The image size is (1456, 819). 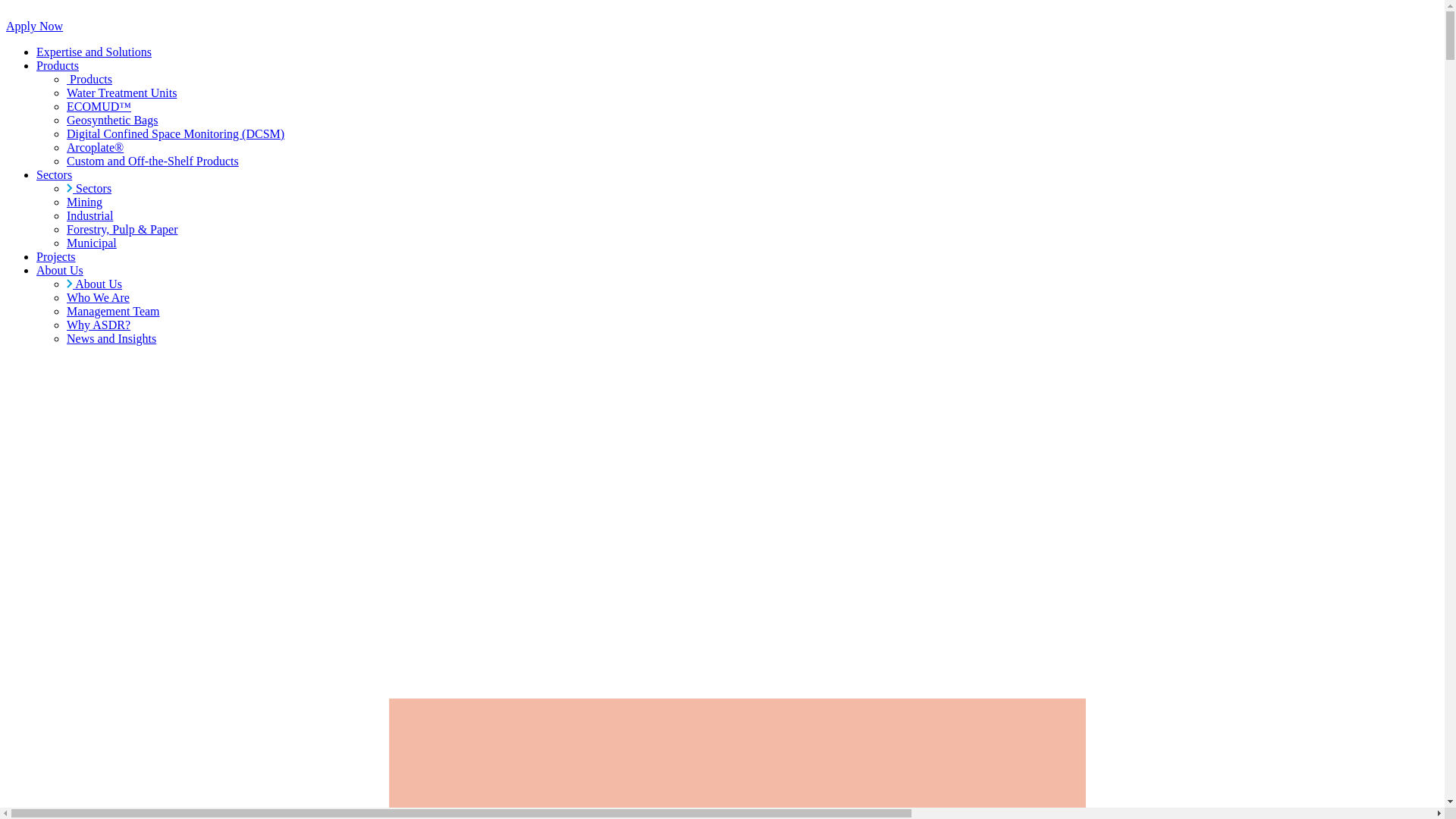 What do you see at coordinates (152, 161) in the screenshot?
I see `'Custom and Off-the-Shelf Products'` at bounding box center [152, 161].